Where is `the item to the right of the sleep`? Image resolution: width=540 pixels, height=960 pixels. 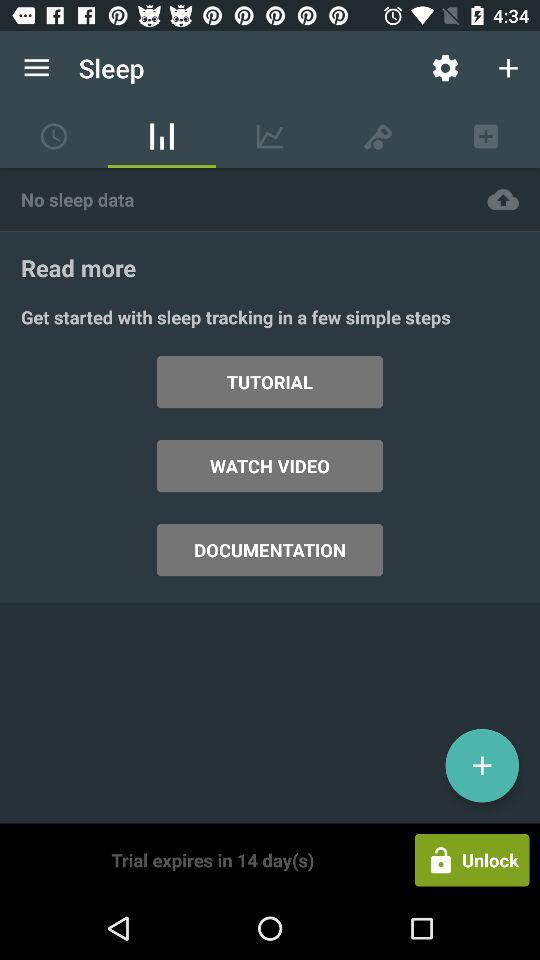
the item to the right of the sleep is located at coordinates (445, 68).